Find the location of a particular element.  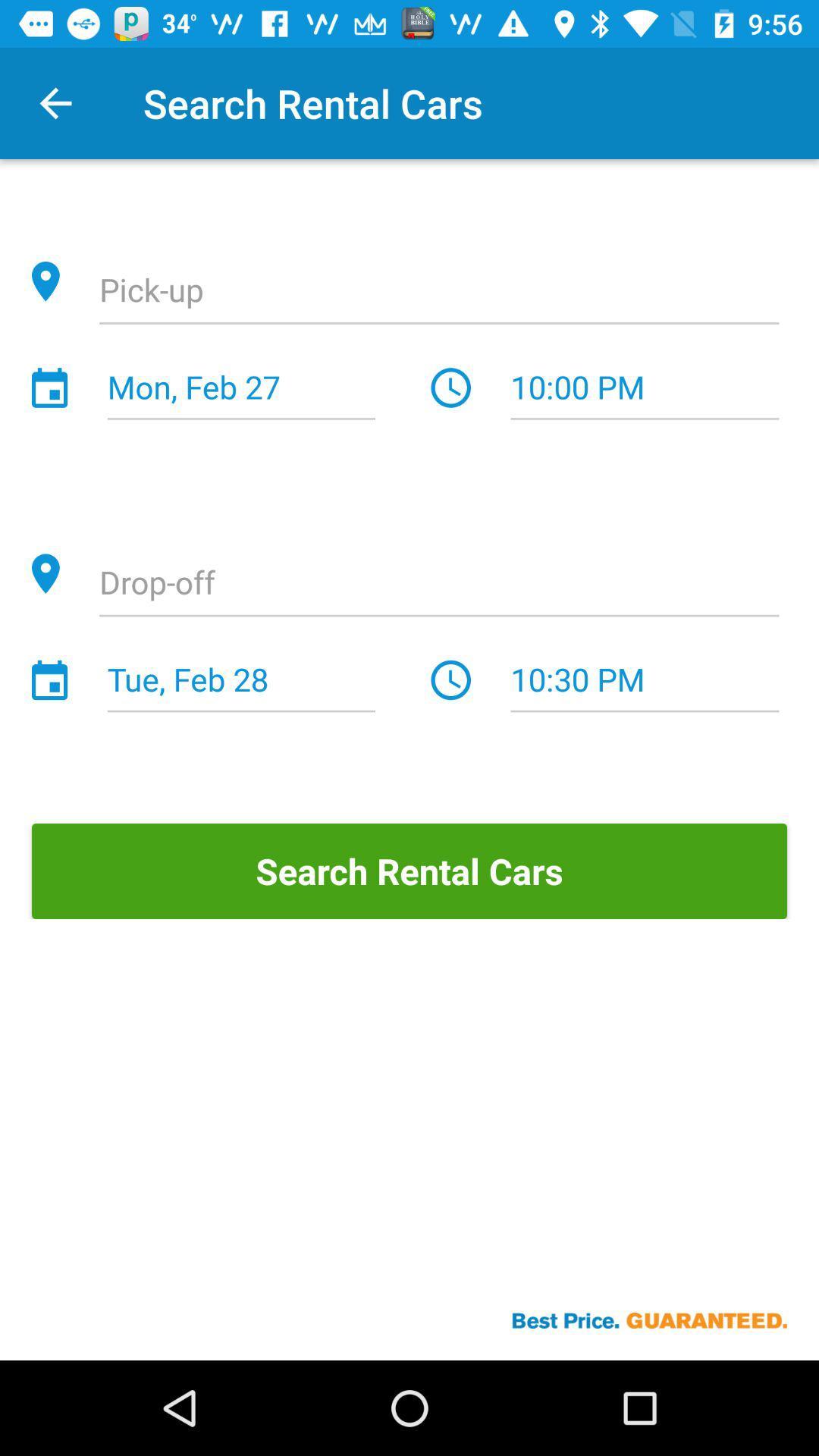

the search rental cars button on the page is located at coordinates (409, 871).